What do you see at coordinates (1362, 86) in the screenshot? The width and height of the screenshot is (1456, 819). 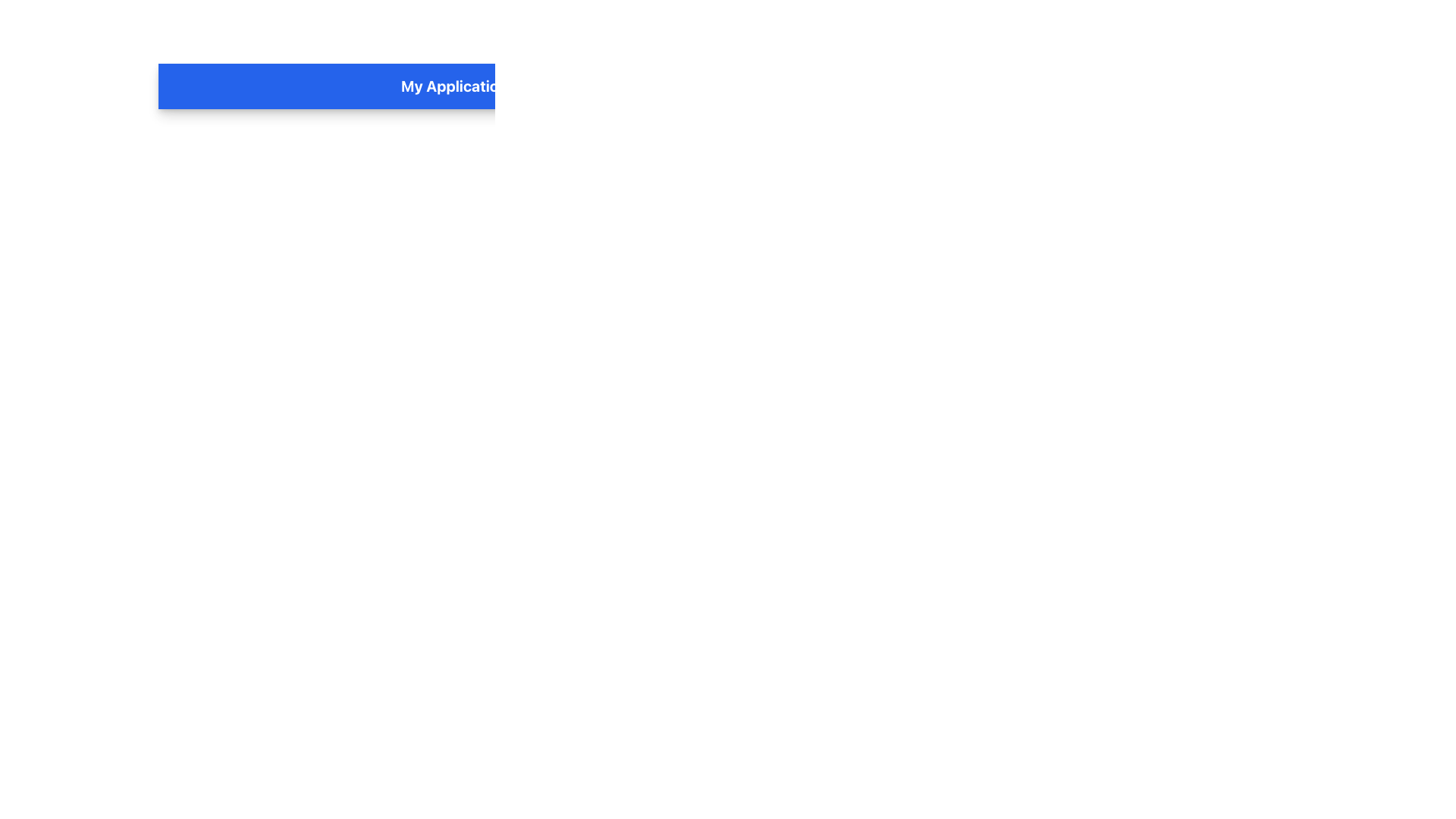 I see `the user account profile icon located at the top-right corner of the interface` at bounding box center [1362, 86].